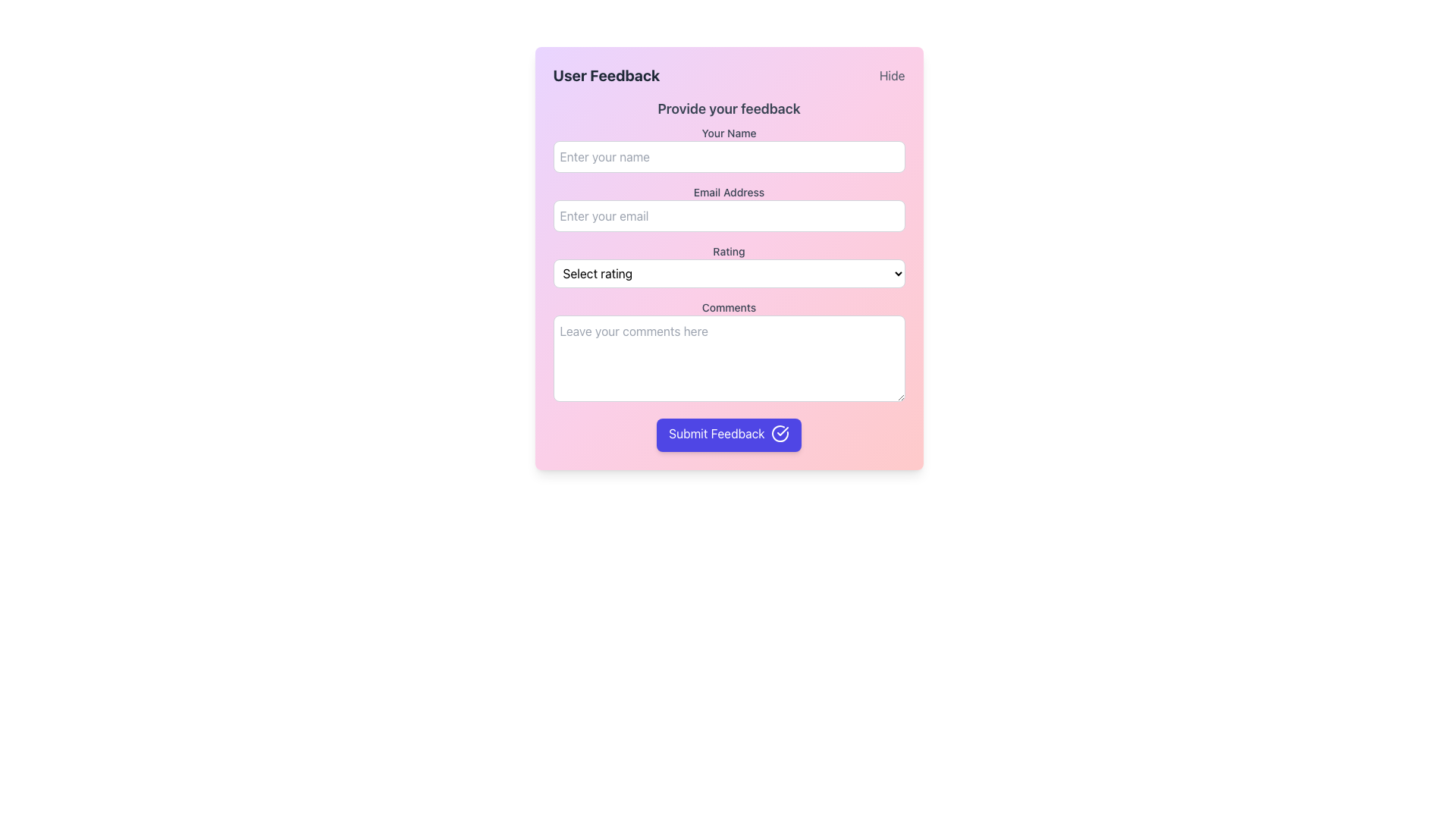 The height and width of the screenshot is (819, 1456). I want to click on the checkmark inside a circle icon located at the center-right edge of the 'Submit Feedback' button, so click(780, 433).